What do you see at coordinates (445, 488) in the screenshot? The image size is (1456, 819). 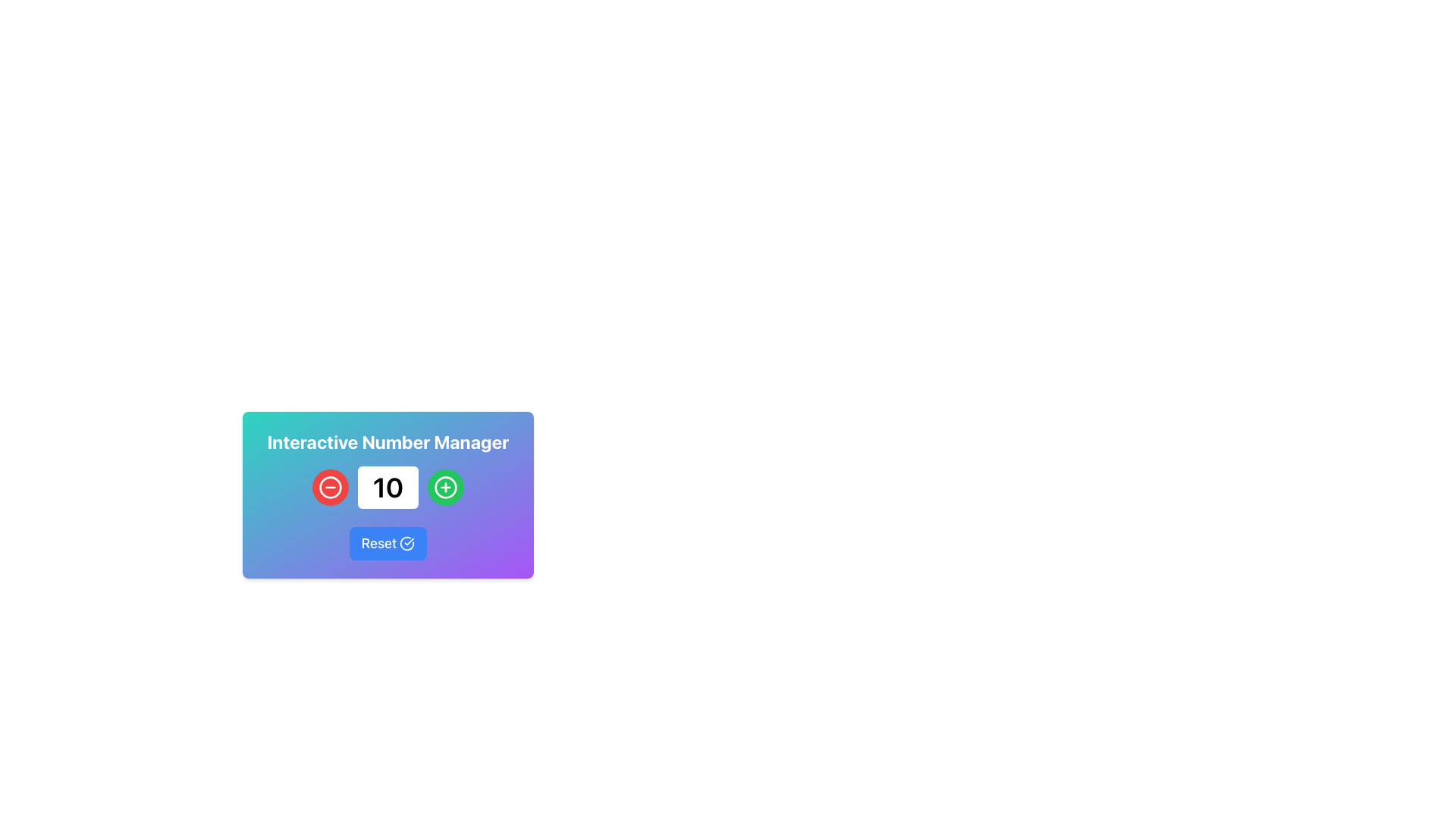 I see `the circular button with a green border and a white plus symbol to increment the value` at bounding box center [445, 488].